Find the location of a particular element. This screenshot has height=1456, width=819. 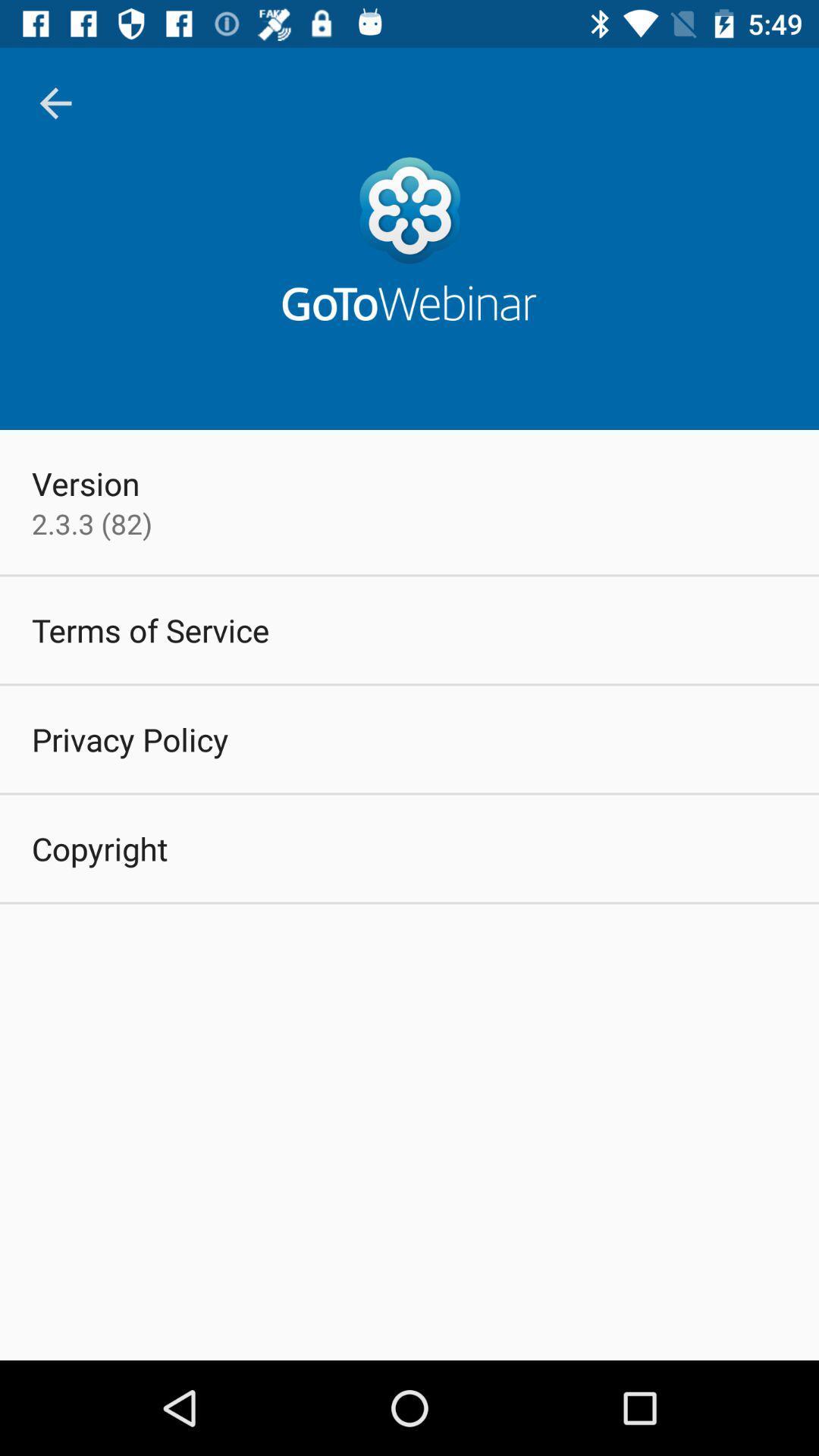

the 2 3 3 is located at coordinates (92, 523).